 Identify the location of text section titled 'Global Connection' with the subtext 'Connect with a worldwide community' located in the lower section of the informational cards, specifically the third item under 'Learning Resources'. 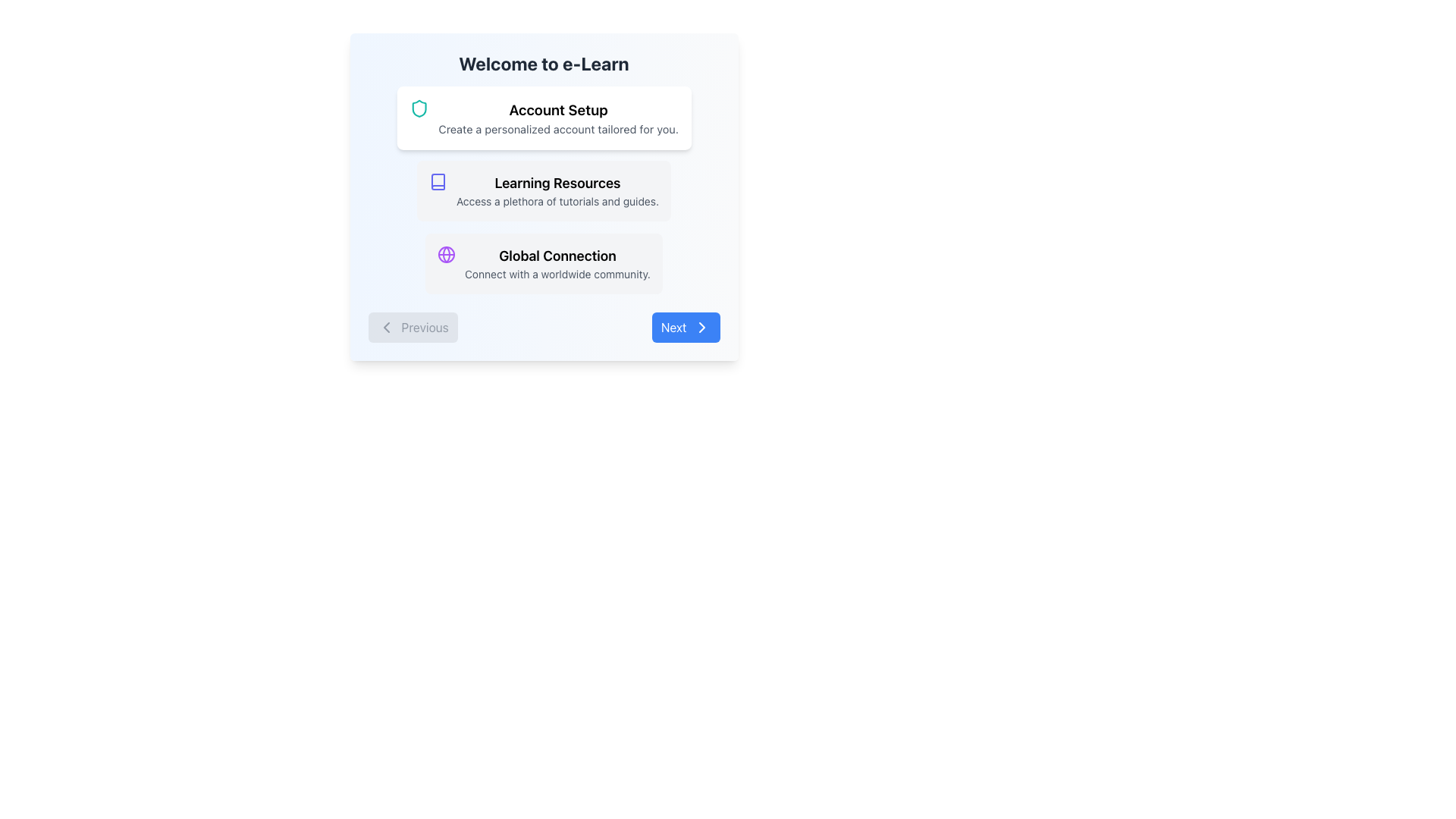
(557, 262).